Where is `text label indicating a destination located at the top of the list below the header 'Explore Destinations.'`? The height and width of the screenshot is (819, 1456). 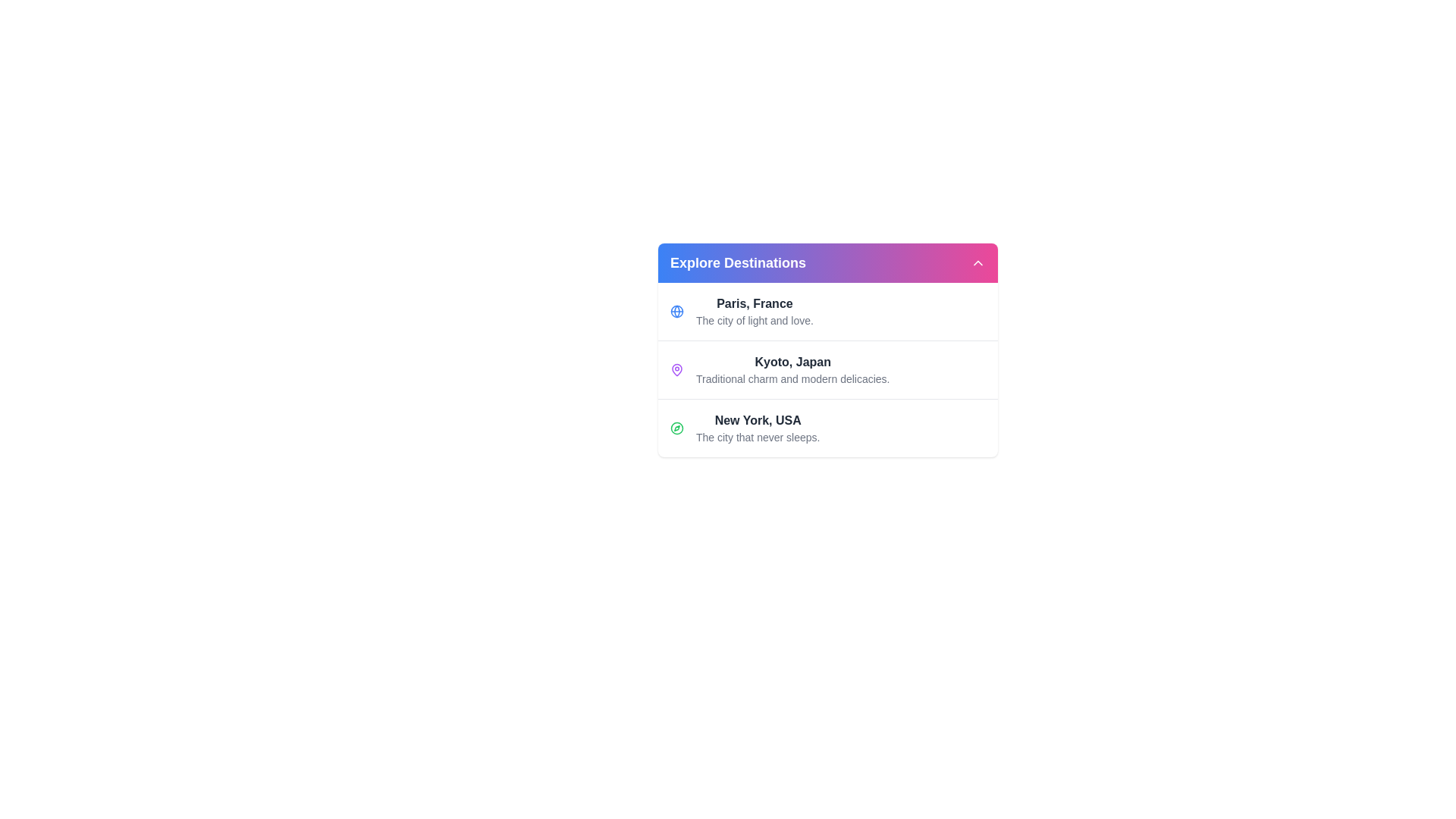
text label indicating a destination located at the top of the list below the header 'Explore Destinations.' is located at coordinates (755, 304).